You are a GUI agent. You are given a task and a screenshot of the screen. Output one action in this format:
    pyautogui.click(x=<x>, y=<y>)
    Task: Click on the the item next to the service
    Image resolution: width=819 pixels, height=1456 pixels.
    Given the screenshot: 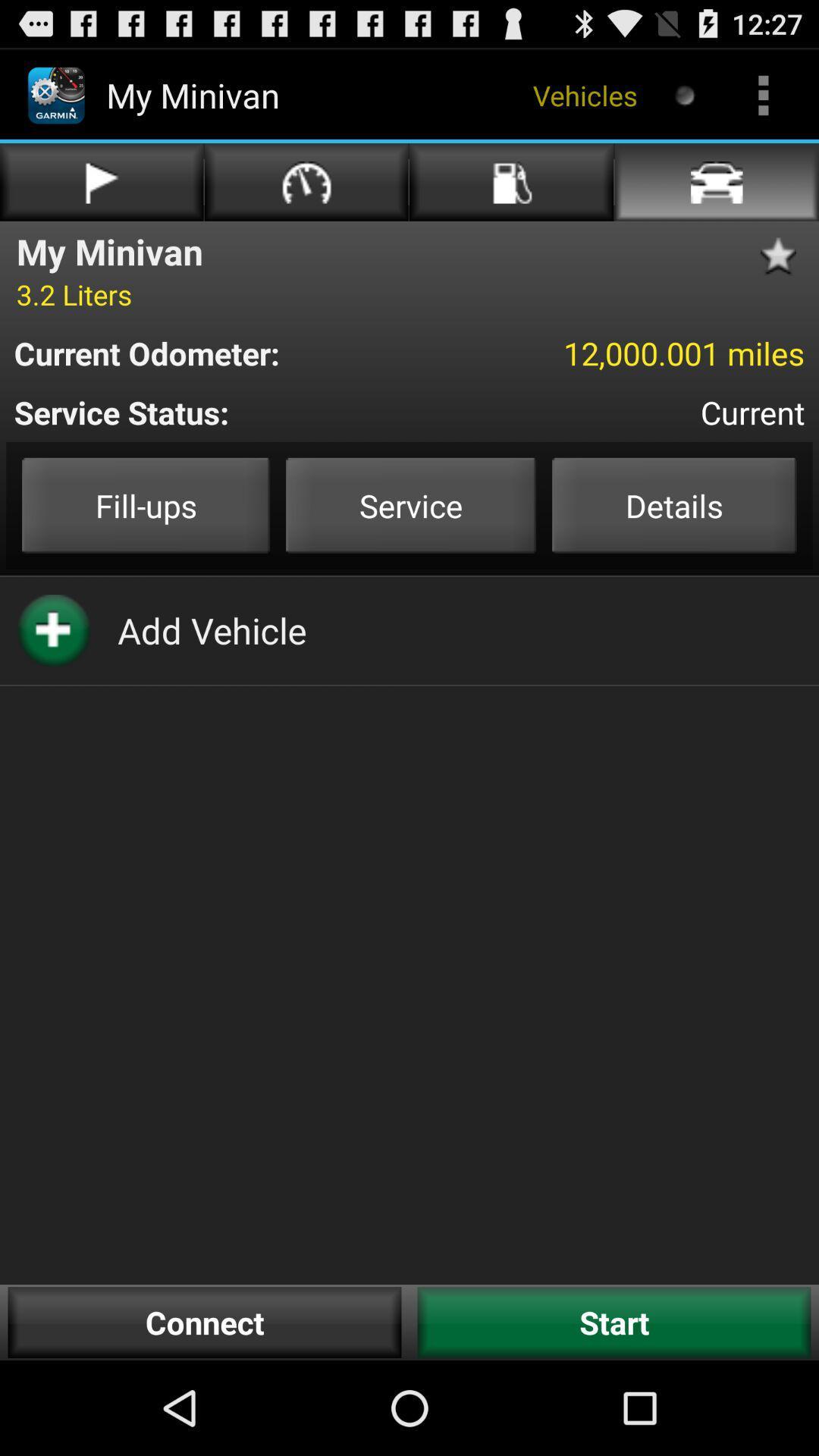 What is the action you would take?
    pyautogui.click(x=146, y=505)
    